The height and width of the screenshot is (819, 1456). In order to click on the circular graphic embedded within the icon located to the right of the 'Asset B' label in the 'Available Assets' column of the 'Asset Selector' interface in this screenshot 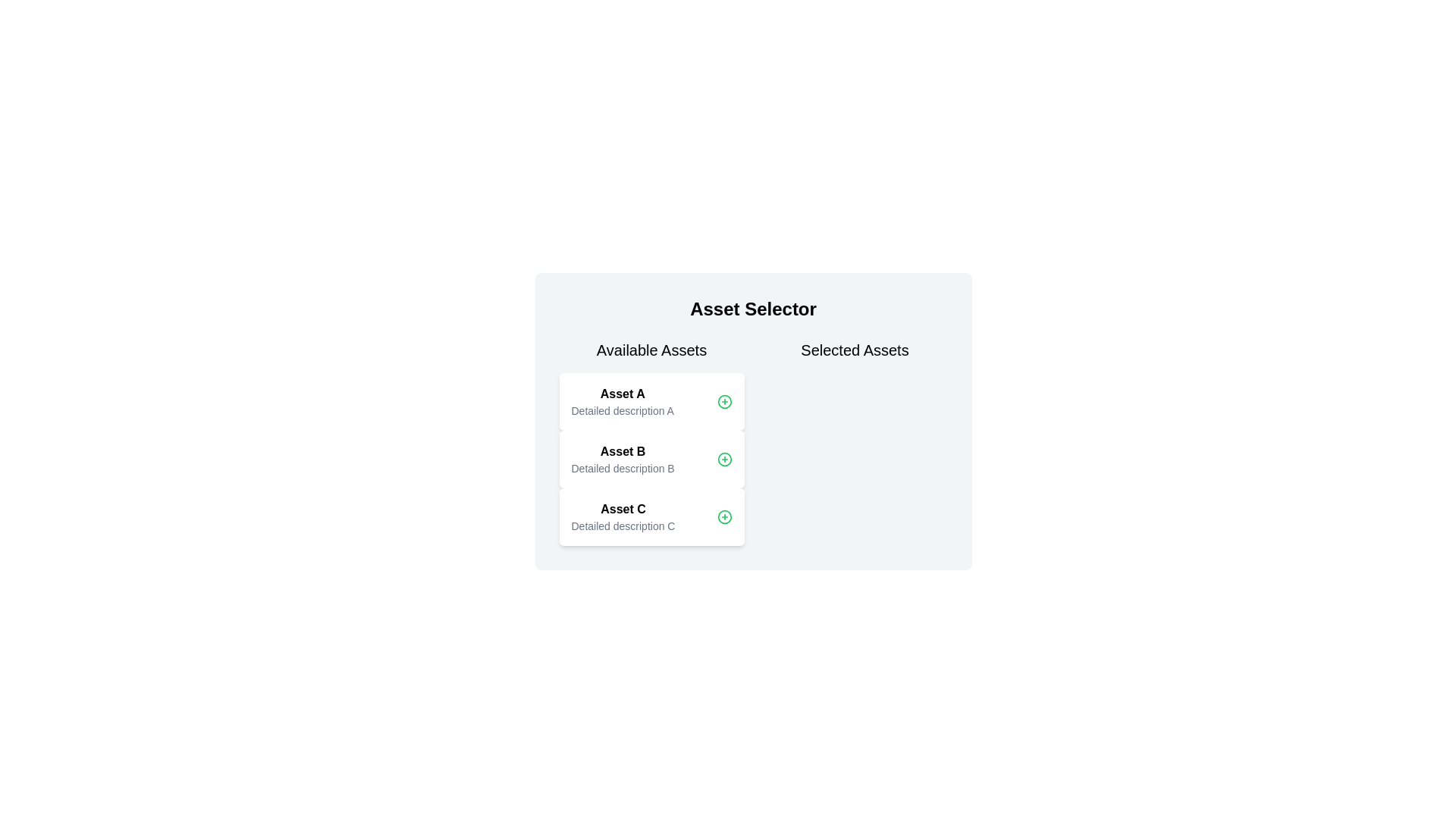, I will do `click(723, 458)`.